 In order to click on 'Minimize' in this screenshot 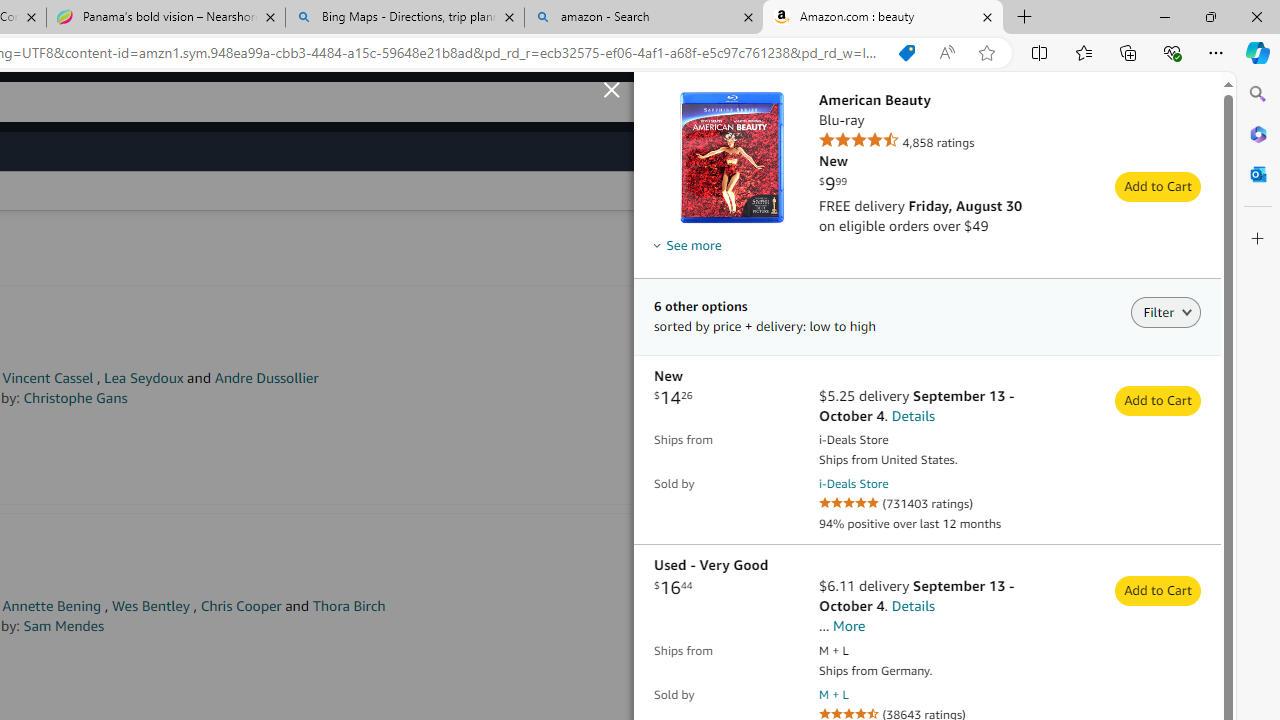, I will do `click(1164, 16)`.